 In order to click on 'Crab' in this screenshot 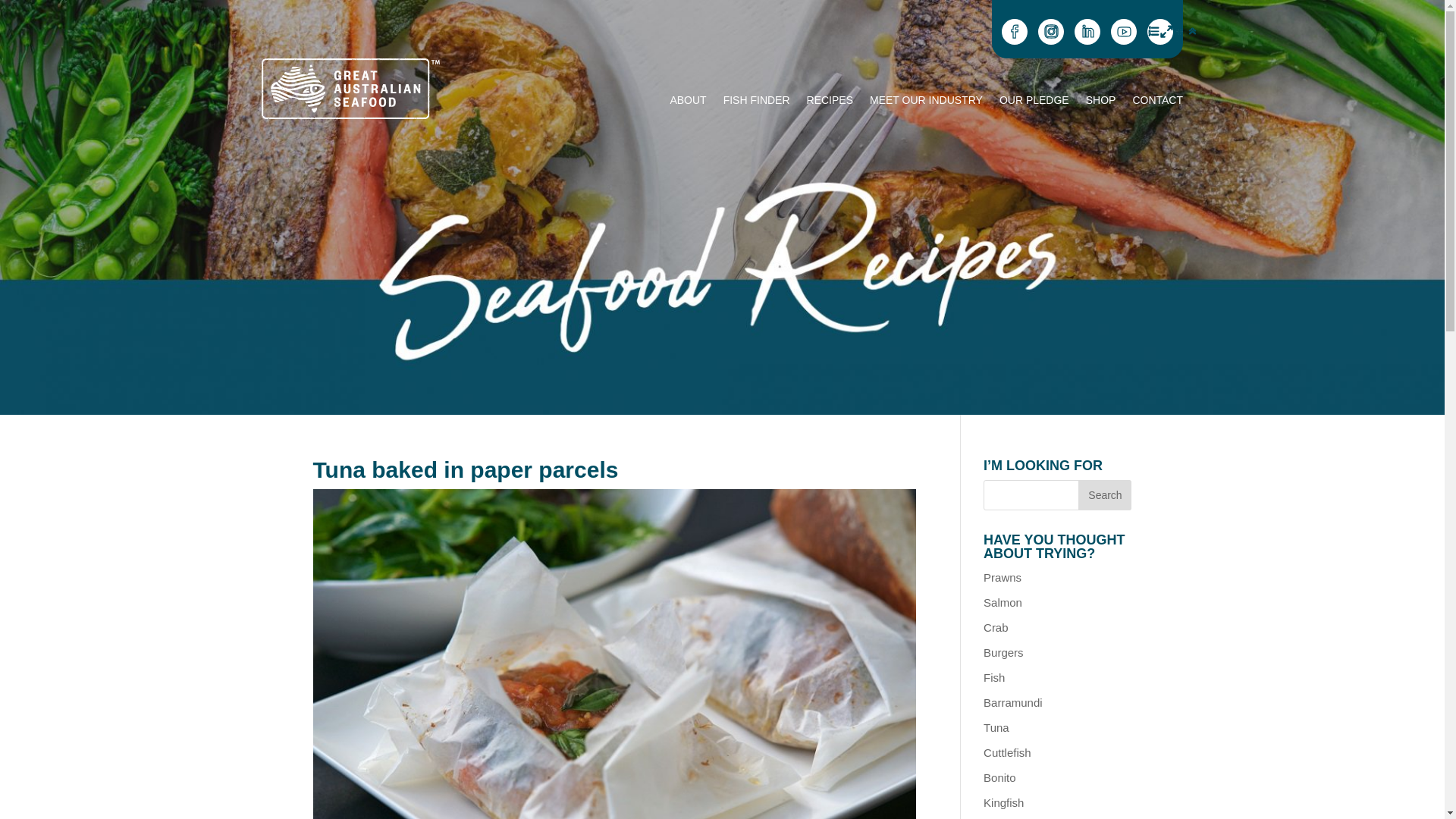, I will do `click(996, 627)`.